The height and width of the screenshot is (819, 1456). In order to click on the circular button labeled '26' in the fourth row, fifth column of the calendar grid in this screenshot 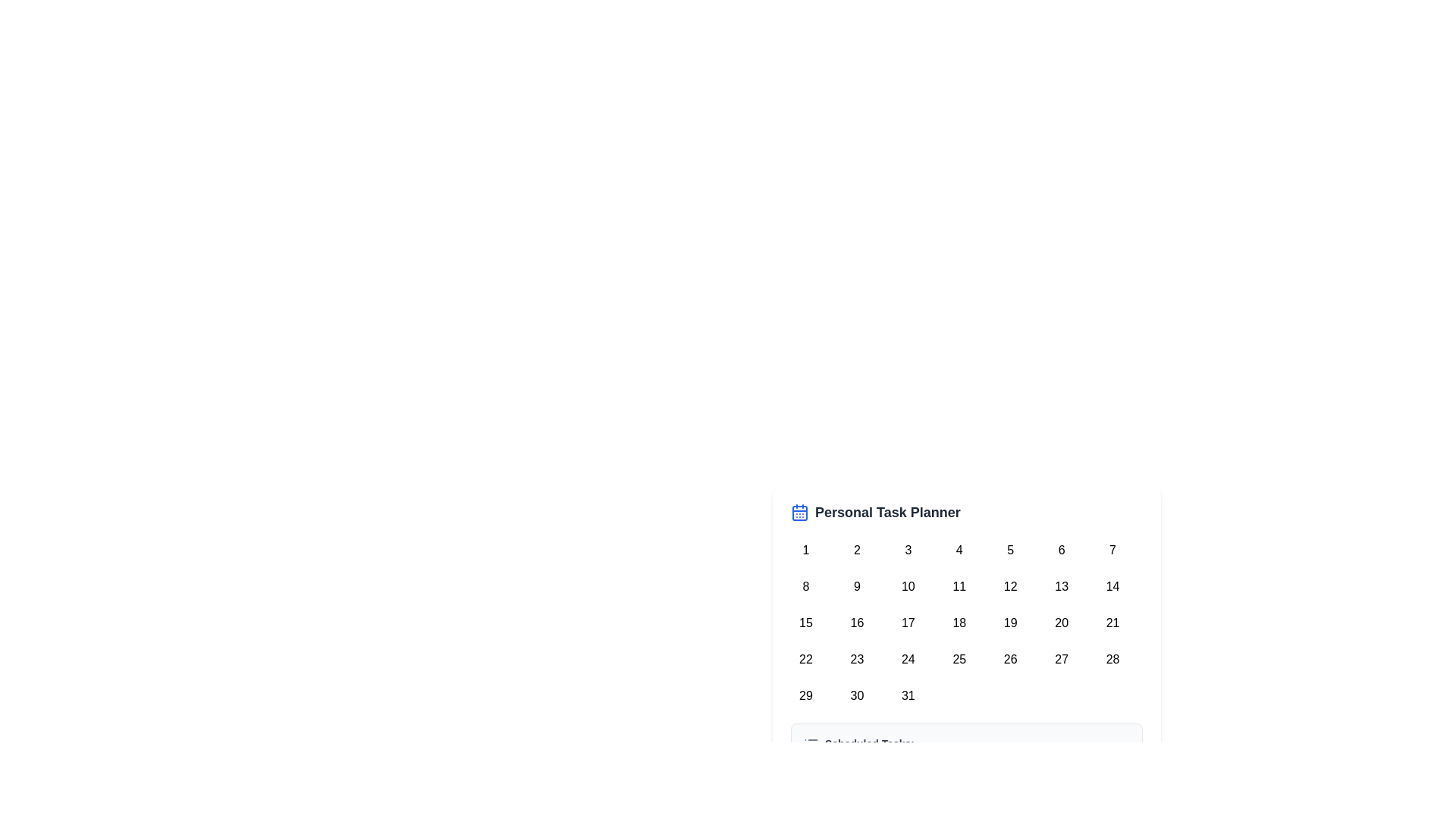, I will do `click(1010, 659)`.